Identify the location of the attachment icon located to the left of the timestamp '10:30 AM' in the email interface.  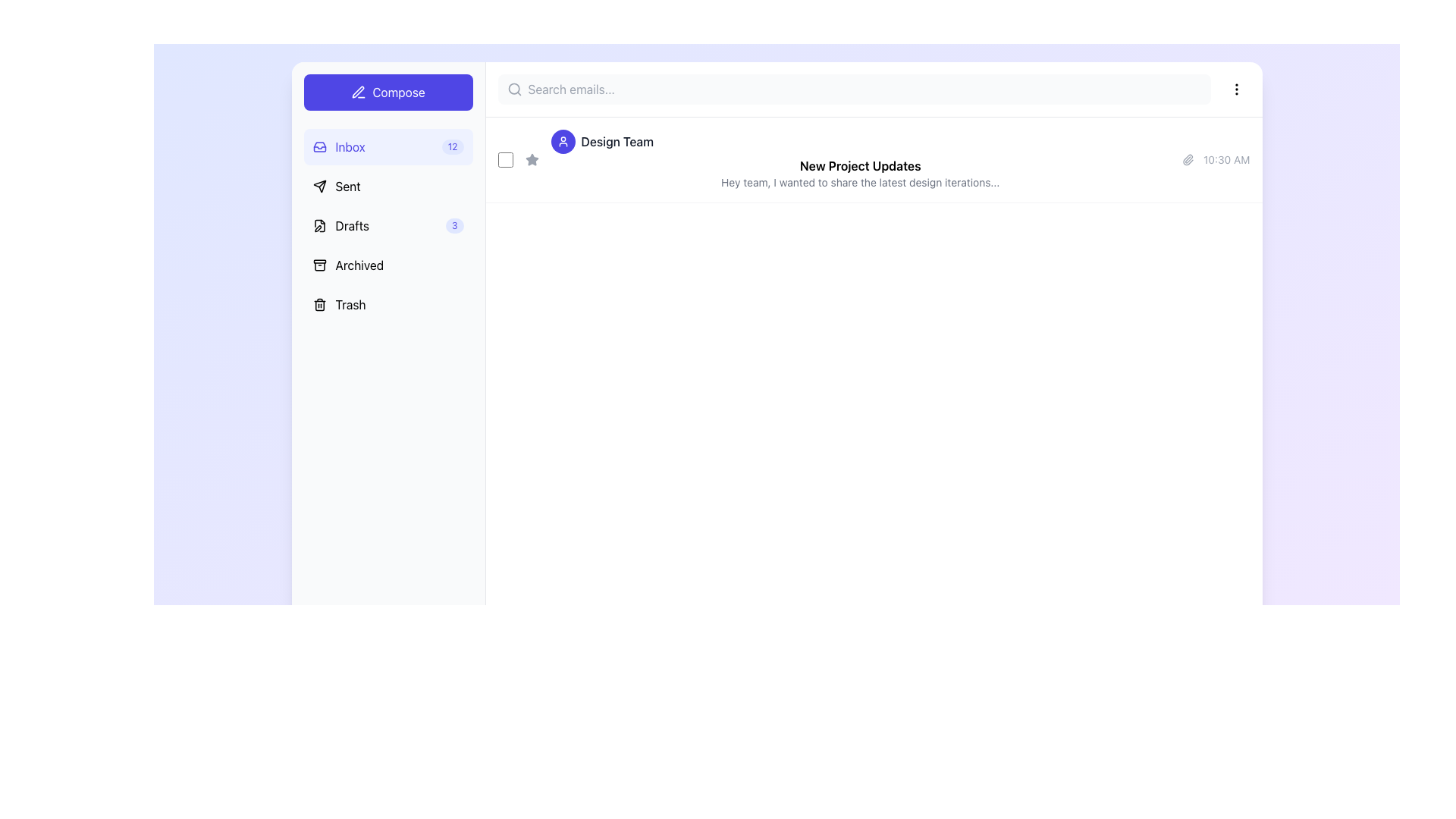
(1188, 160).